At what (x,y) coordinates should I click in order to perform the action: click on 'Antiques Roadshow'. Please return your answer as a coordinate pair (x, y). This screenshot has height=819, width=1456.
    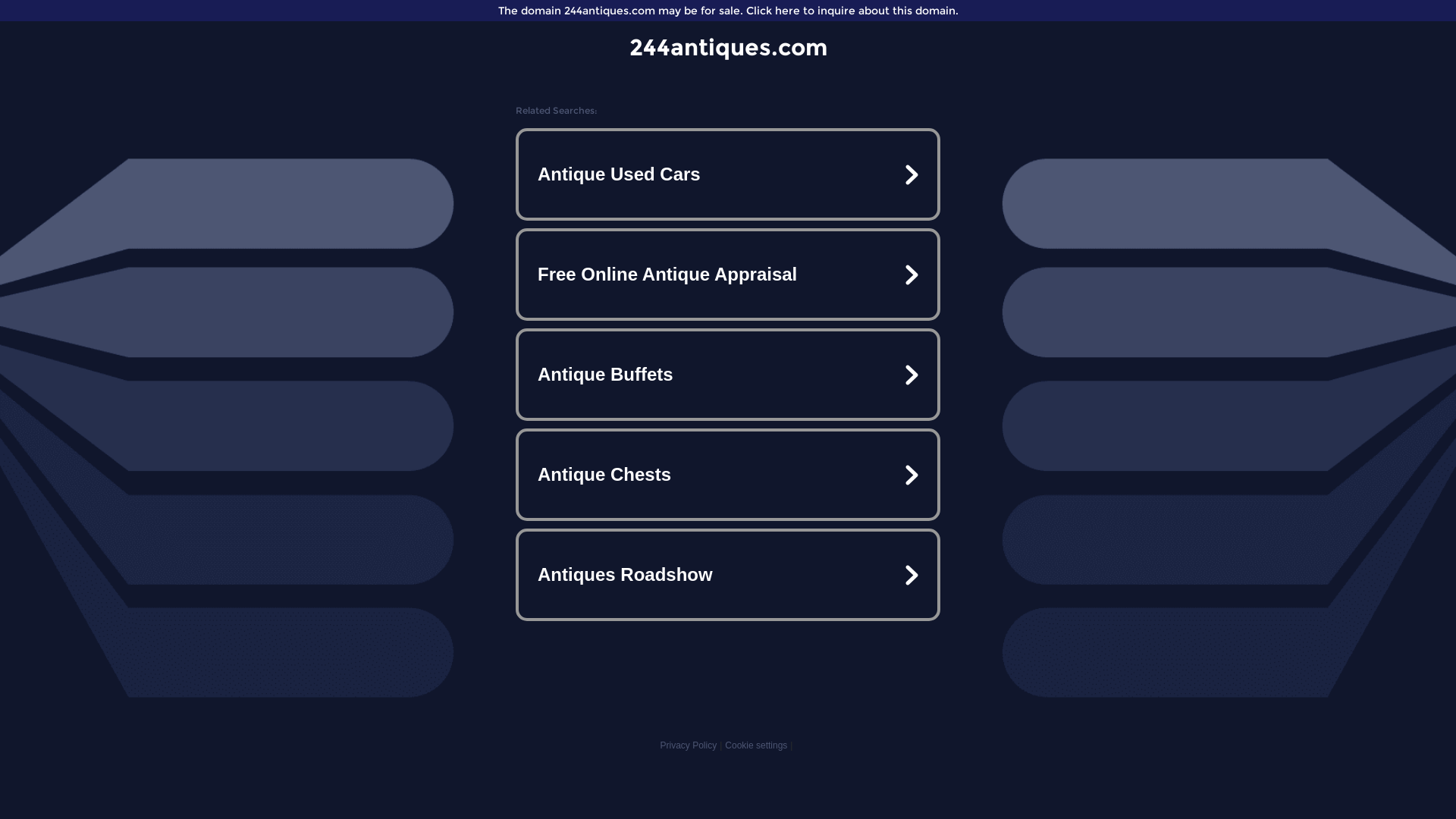
    Looking at the image, I should click on (728, 575).